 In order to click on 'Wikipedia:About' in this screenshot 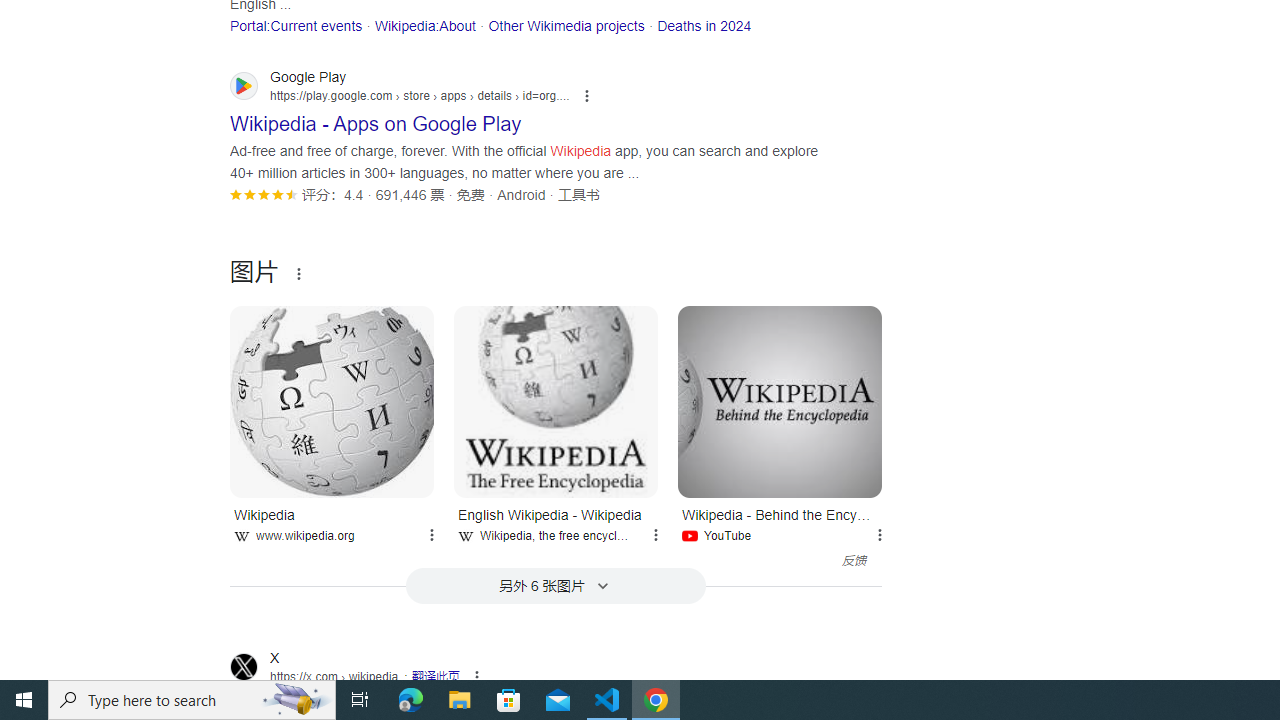, I will do `click(423, 25)`.